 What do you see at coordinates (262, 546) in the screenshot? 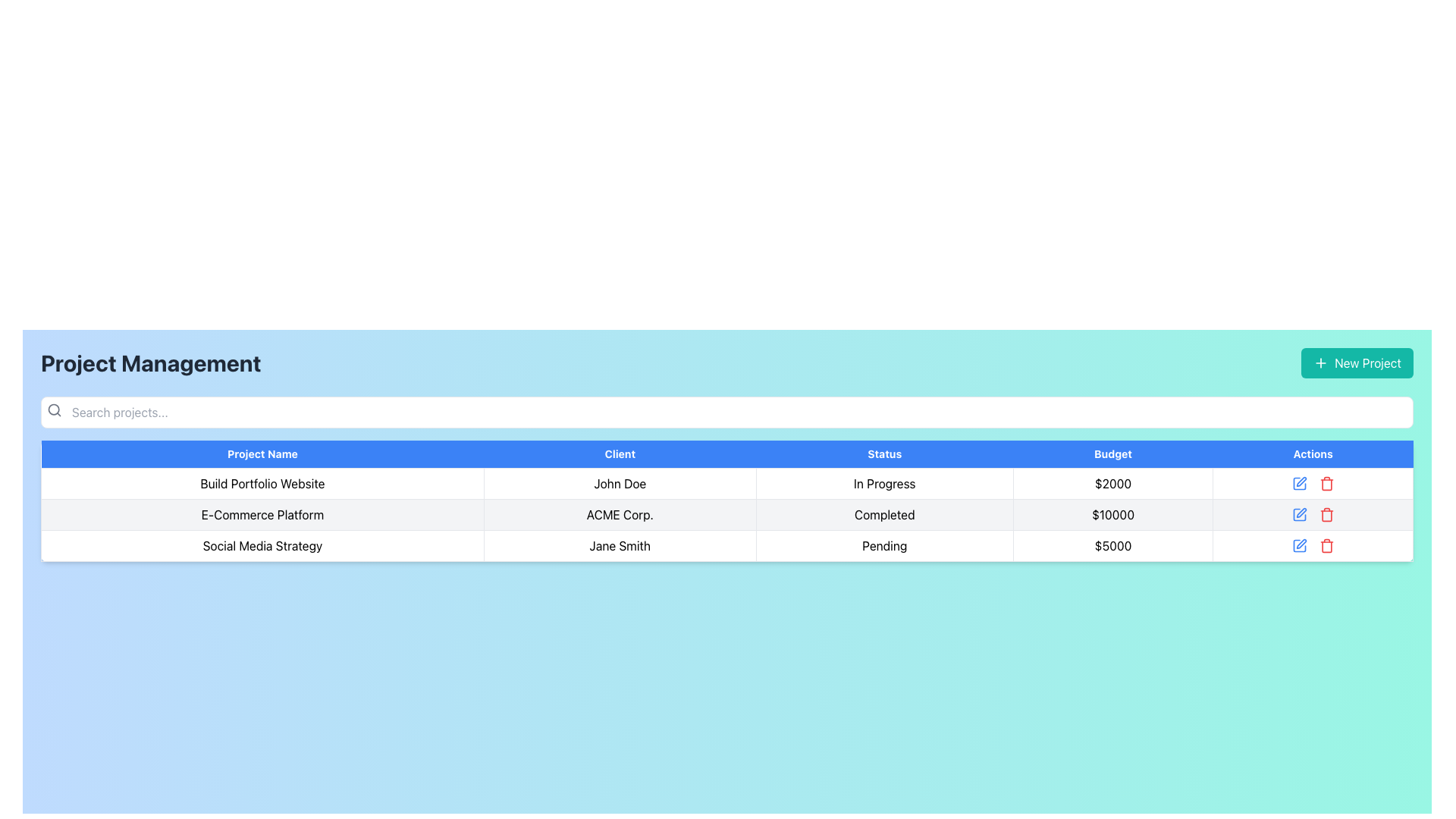
I see `the static text label displaying 'Social Media Strategy' located in the third row of the table under the 'Project Name' column` at bounding box center [262, 546].